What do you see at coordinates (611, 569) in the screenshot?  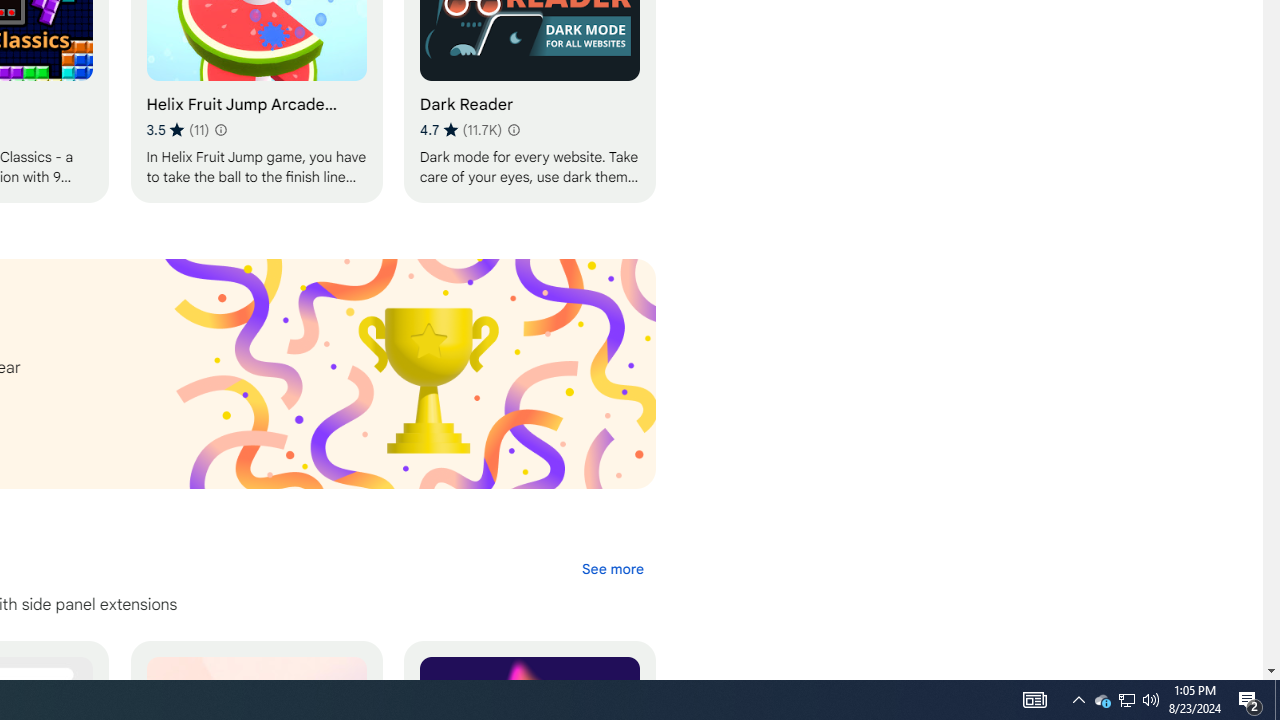 I see `'See more of the "Extend your browser" collection'` at bounding box center [611, 569].